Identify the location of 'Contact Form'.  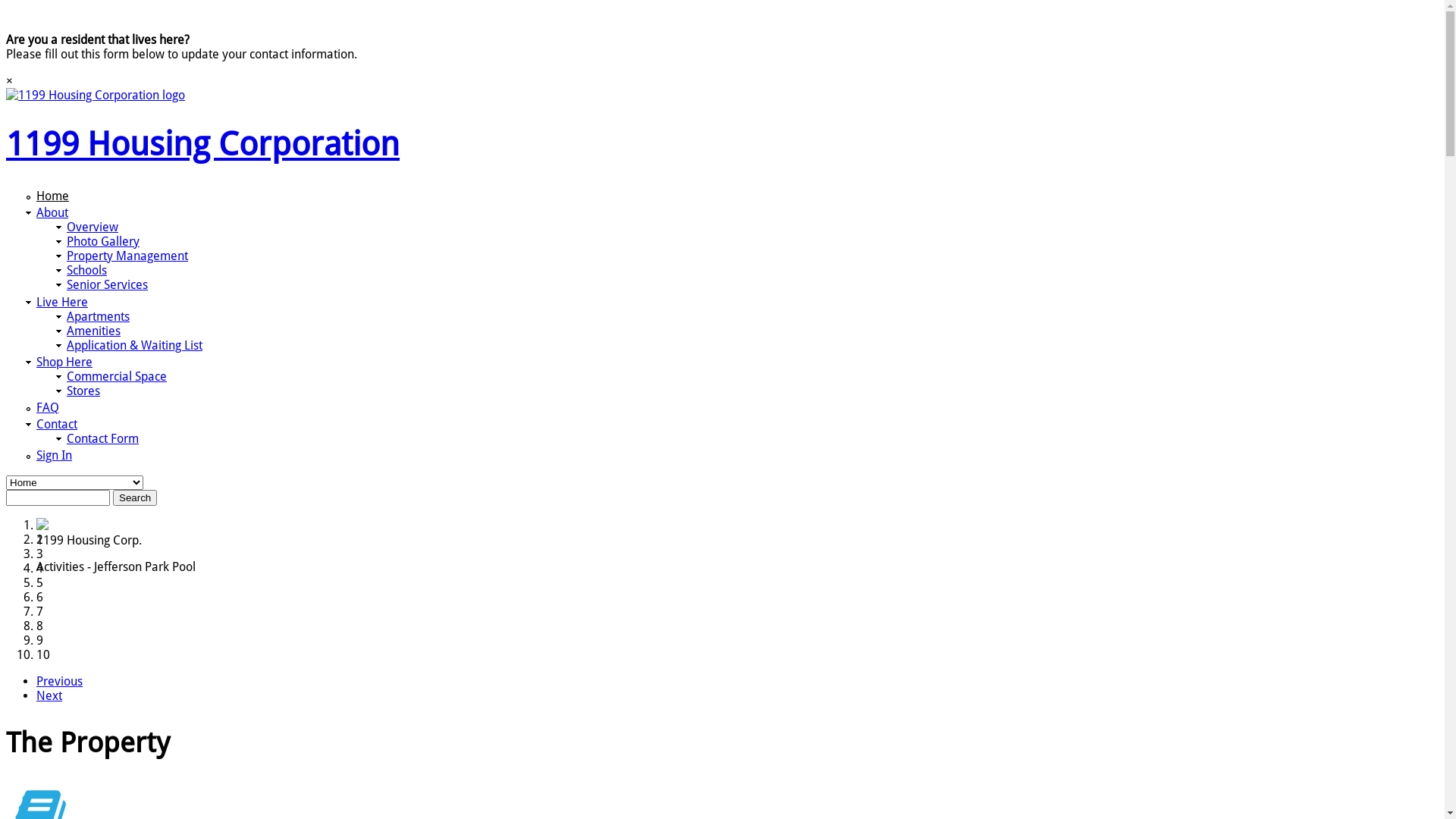
(102, 438).